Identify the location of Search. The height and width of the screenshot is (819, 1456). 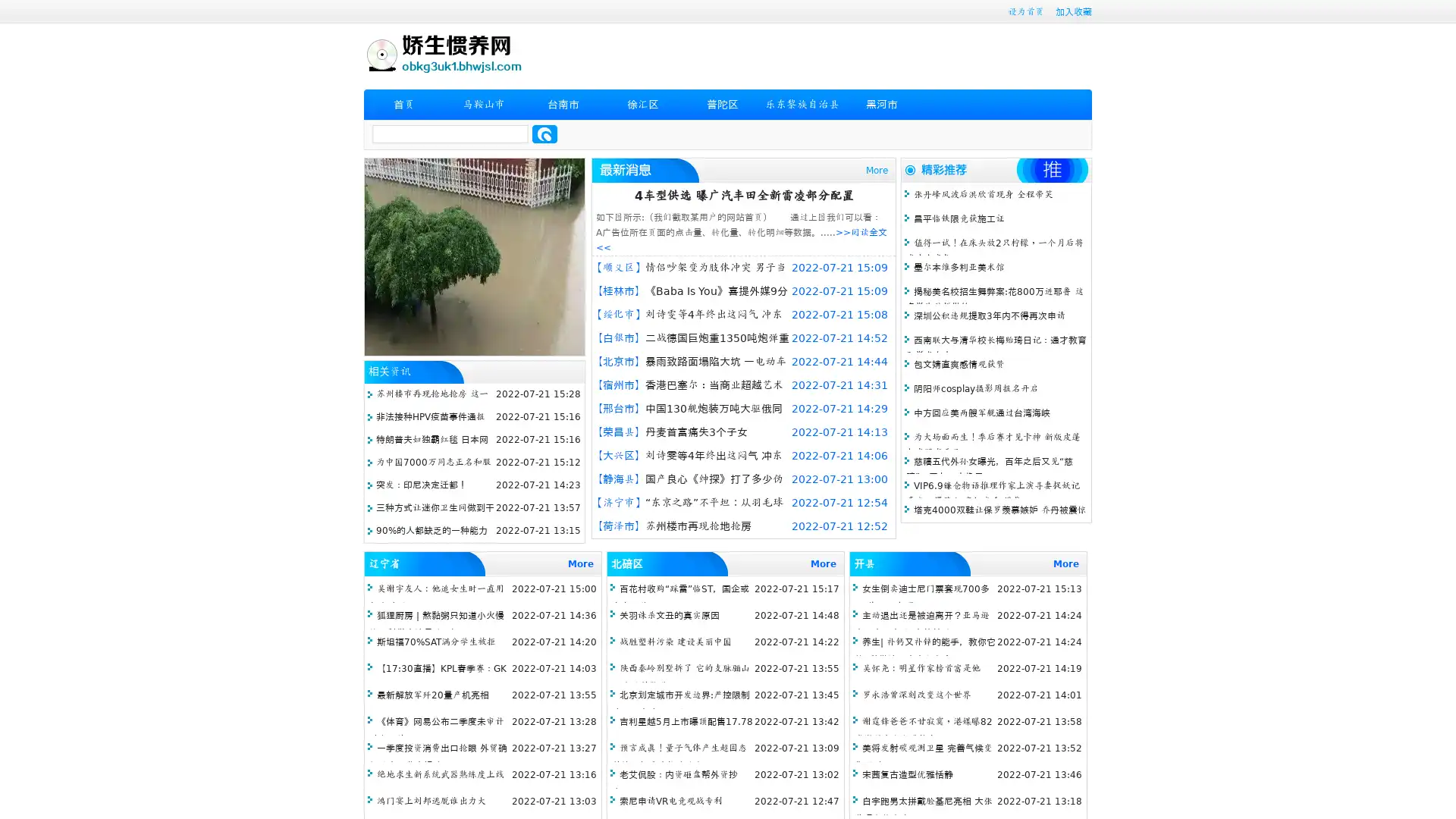
(544, 133).